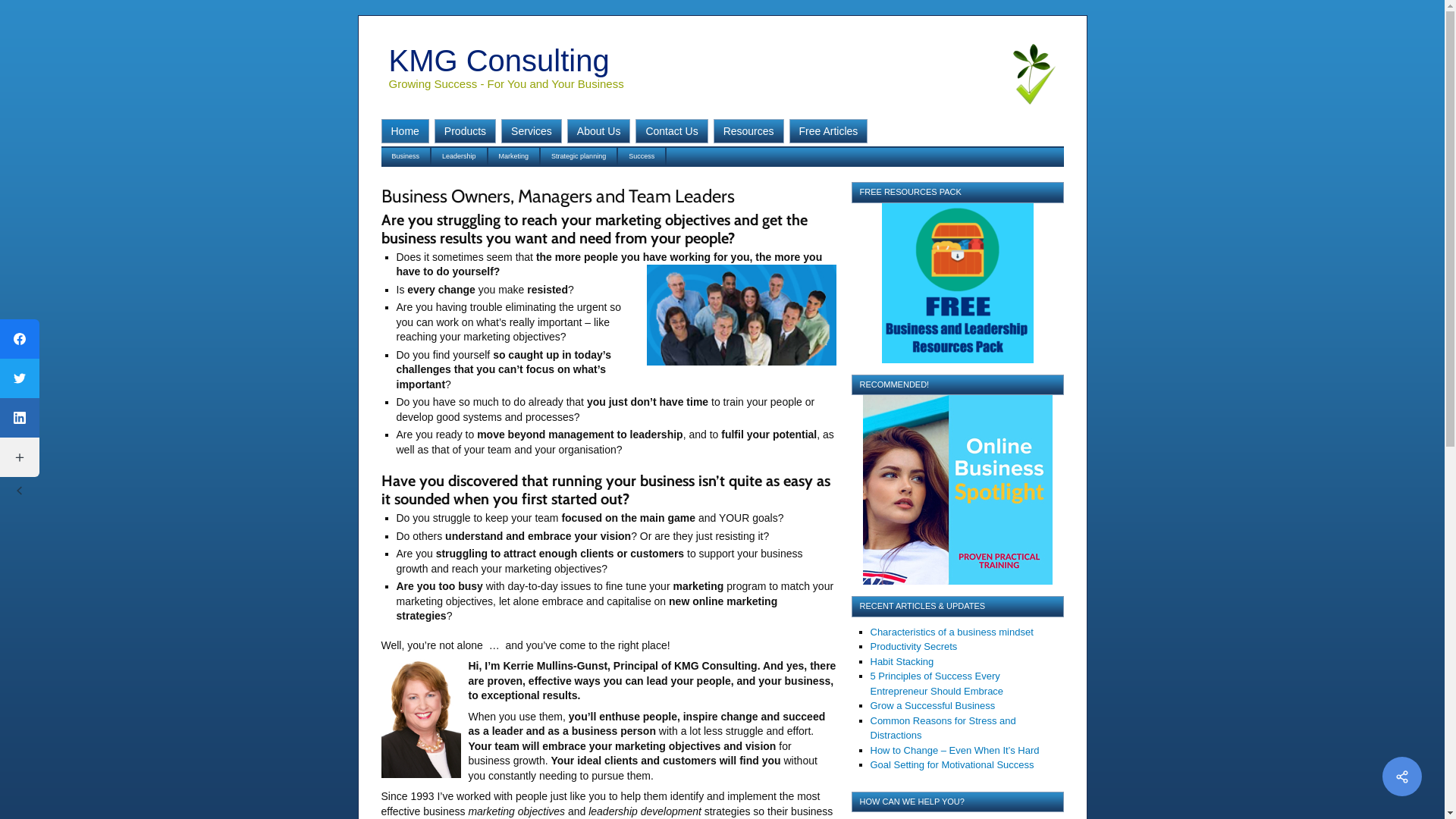 This screenshot has height=819, width=1456. Describe the element at coordinates (932, 705) in the screenshot. I see `'Grow a Successful Business'` at that location.